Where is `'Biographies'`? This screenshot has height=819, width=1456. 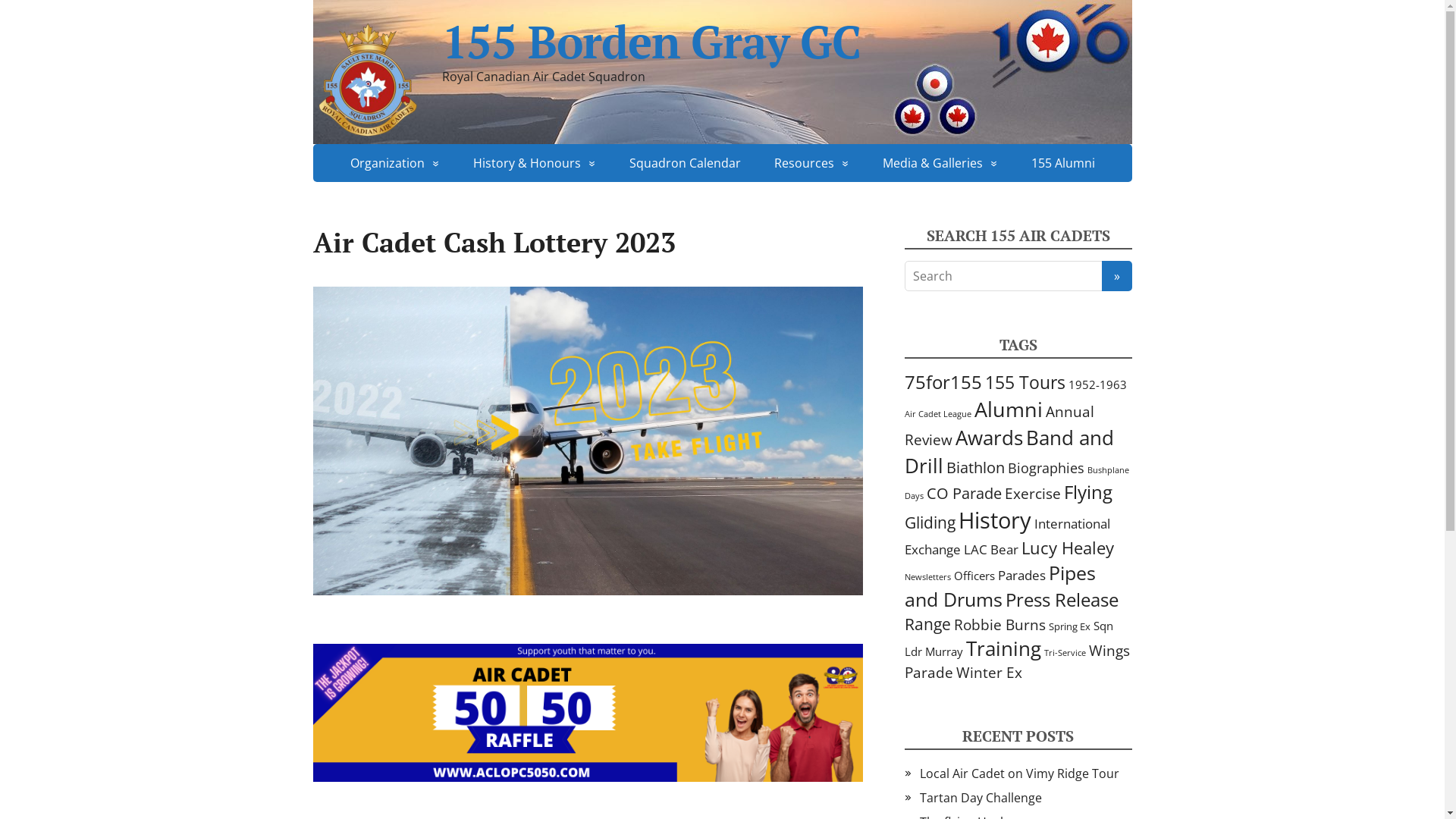 'Biographies' is located at coordinates (1044, 467).